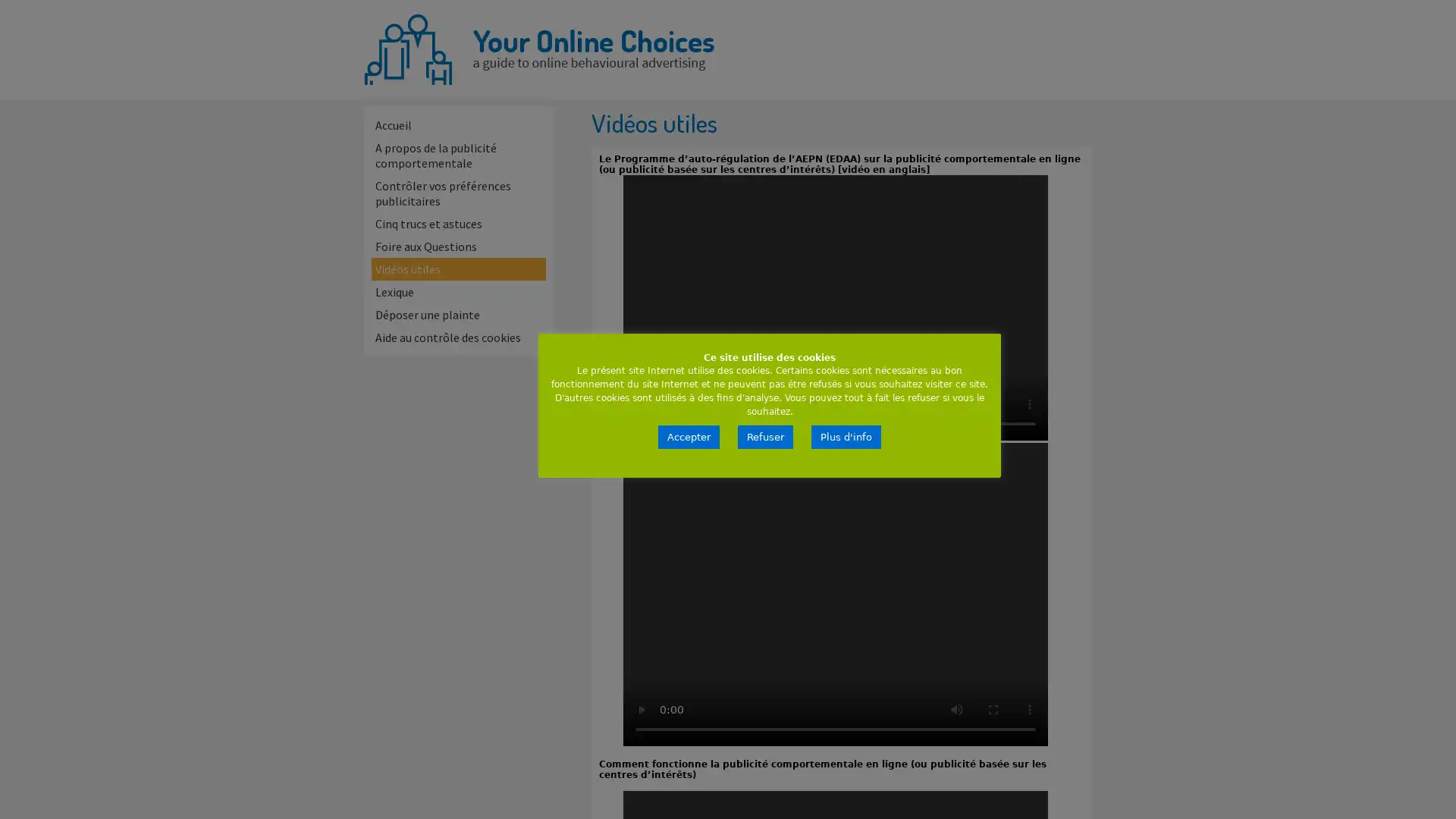 The width and height of the screenshot is (1456, 819). What do you see at coordinates (993, 710) in the screenshot?
I see `enter full screen` at bounding box center [993, 710].